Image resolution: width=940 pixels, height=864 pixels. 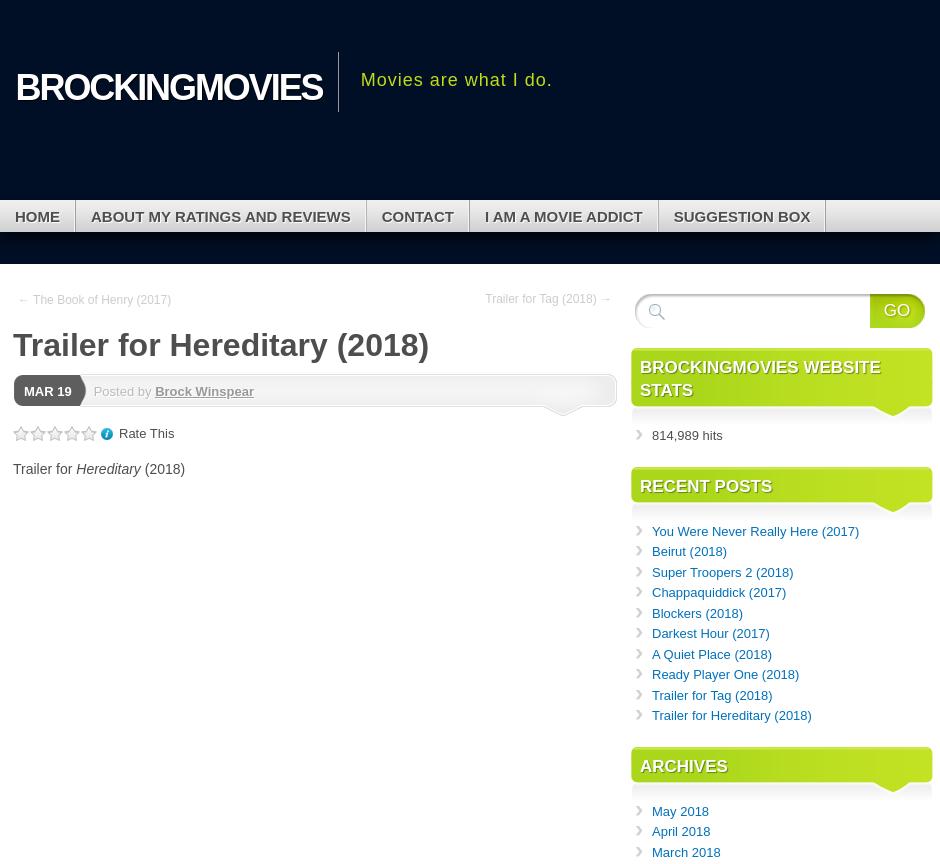 What do you see at coordinates (758, 378) in the screenshot?
I see `'brockingmovies Website Stats'` at bounding box center [758, 378].